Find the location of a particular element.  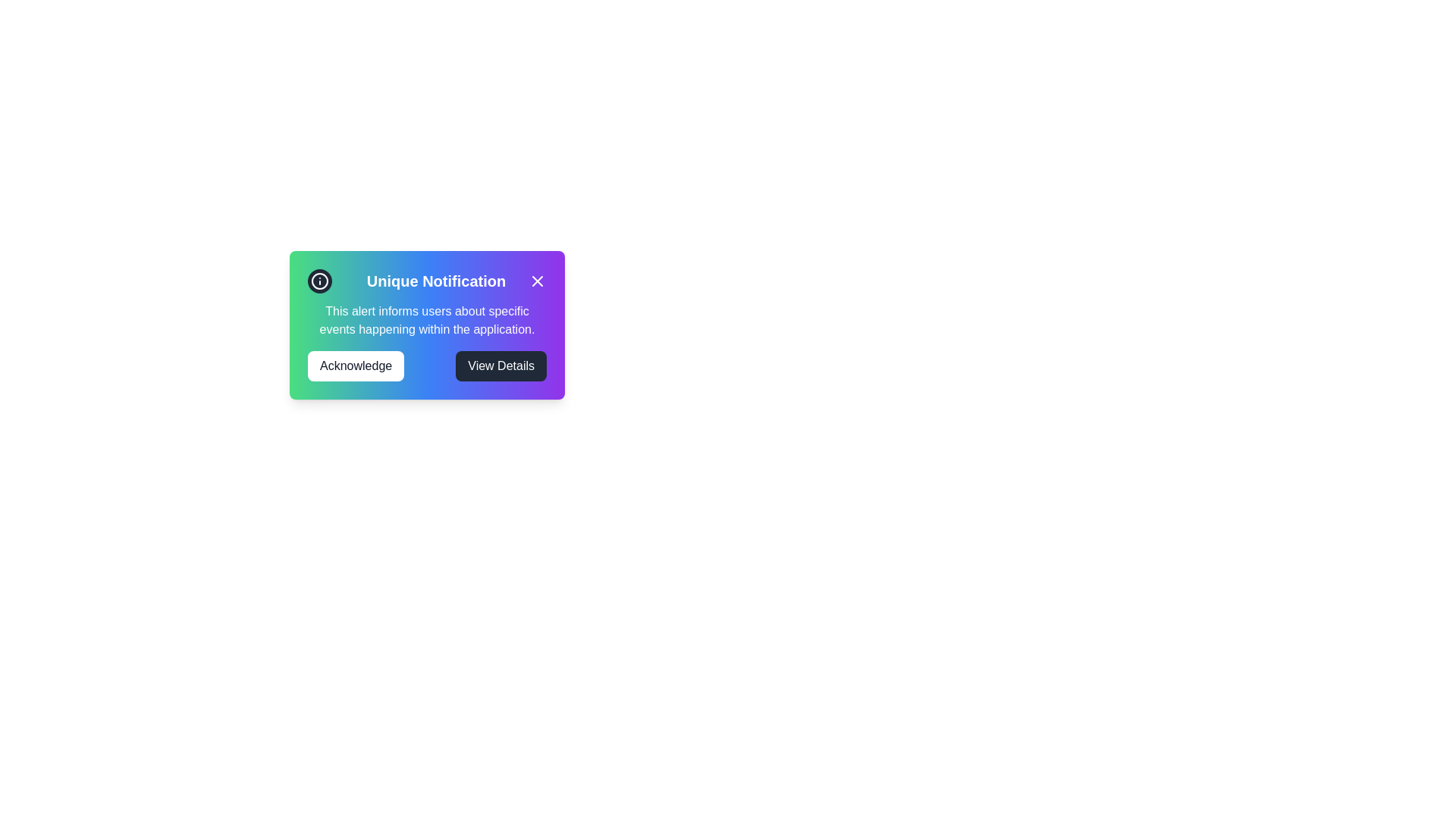

the notification icon to inspect it is located at coordinates (319, 281).